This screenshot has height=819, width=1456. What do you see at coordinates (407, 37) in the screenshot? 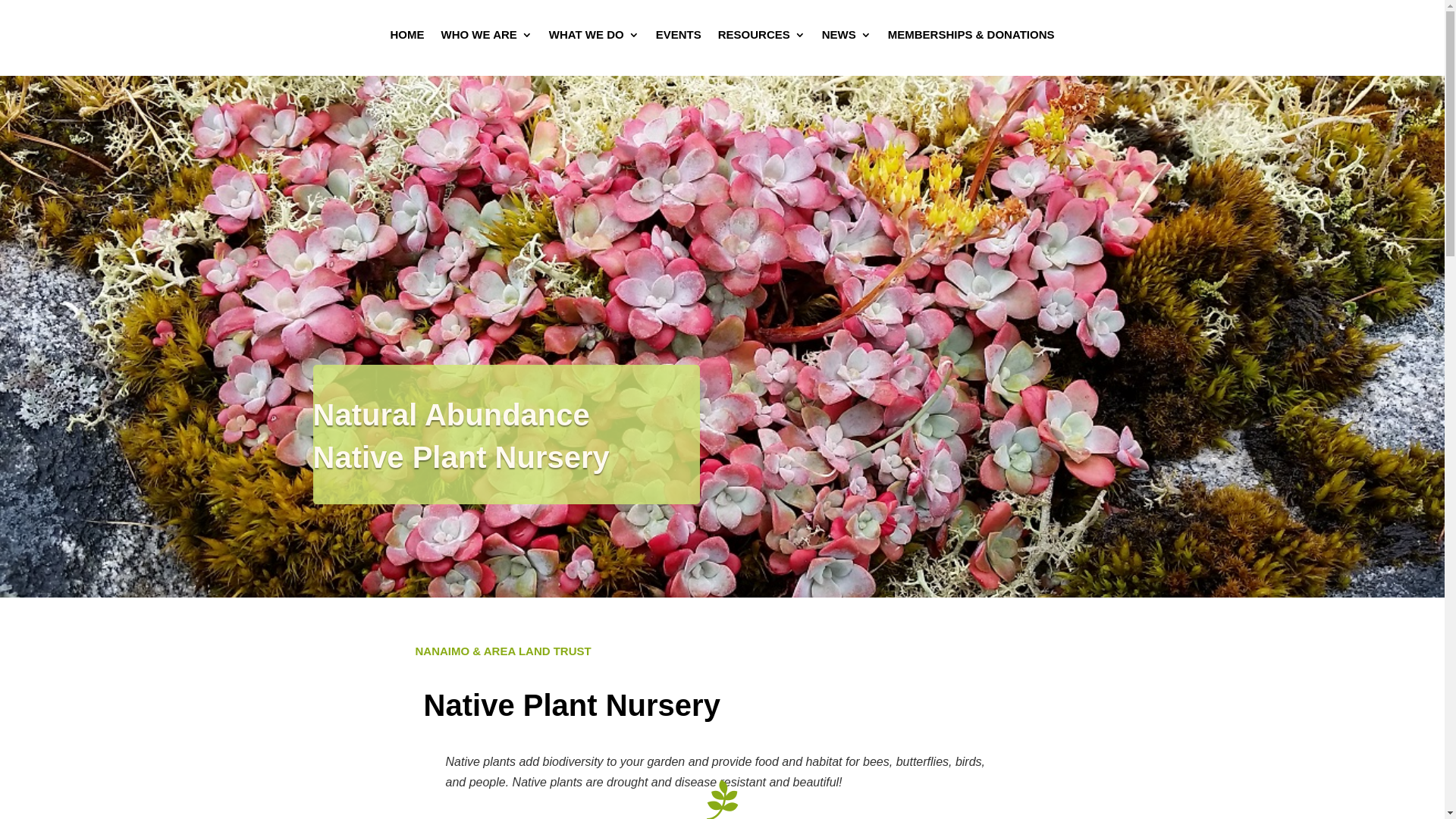
I see `'HOME'` at bounding box center [407, 37].